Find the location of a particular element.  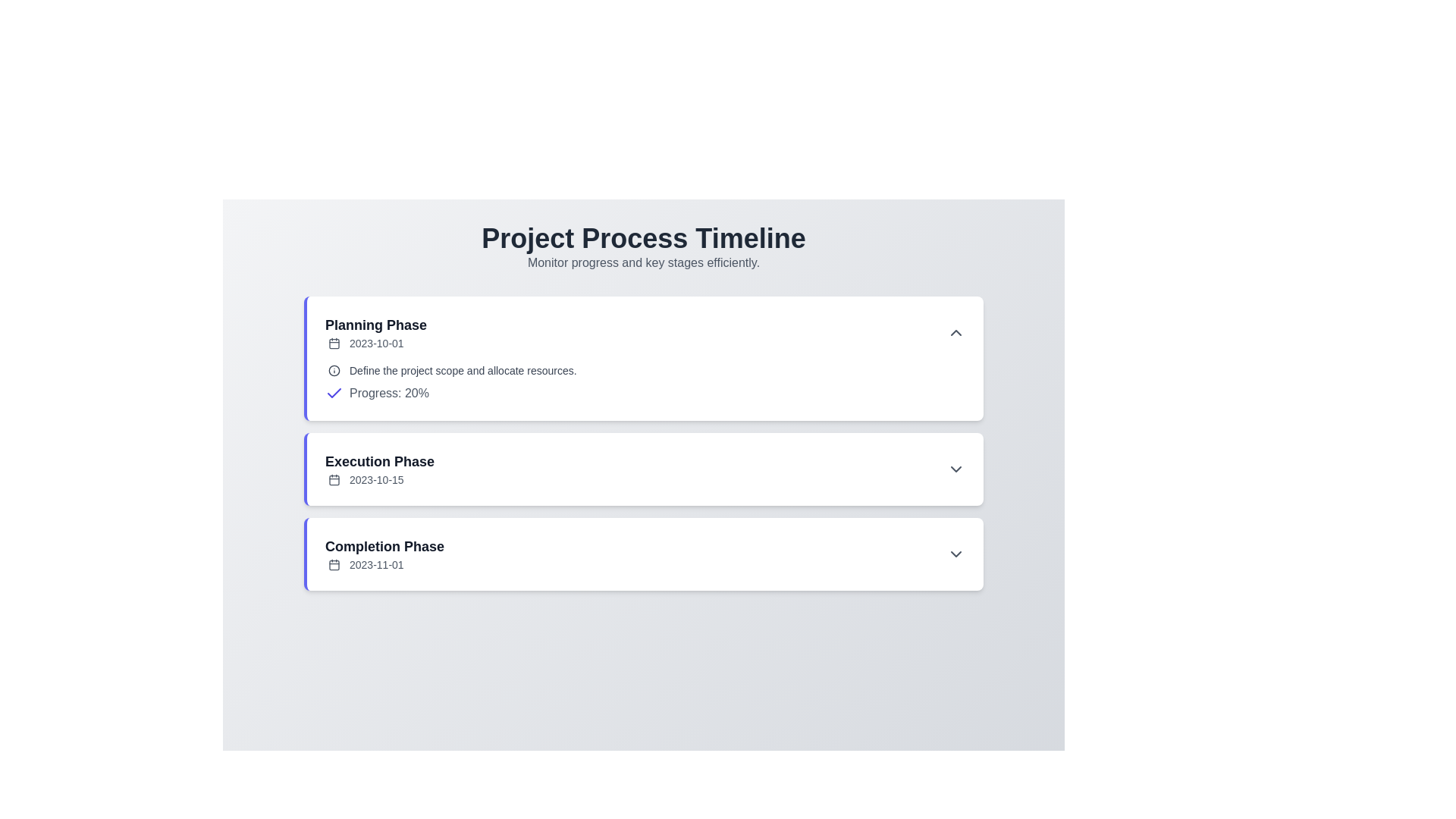

Text Label indicating the project phase titled 'Planning Phase 2023-10-01', located above the date text '2023-10-01' and a calendar icon, by hovering over it is located at coordinates (375, 324).